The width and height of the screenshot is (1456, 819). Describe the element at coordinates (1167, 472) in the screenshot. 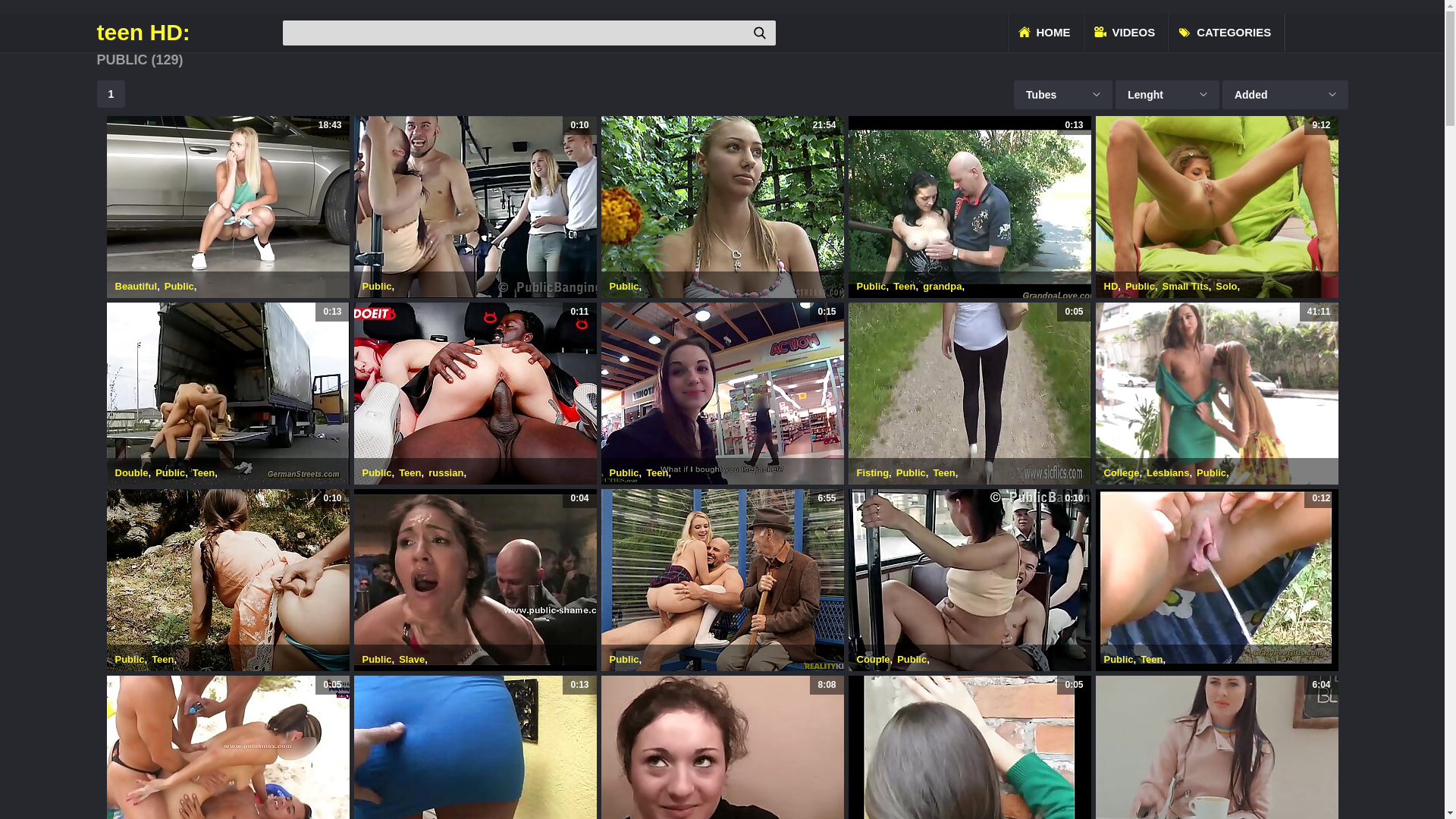

I see `'Lesbians'` at that location.